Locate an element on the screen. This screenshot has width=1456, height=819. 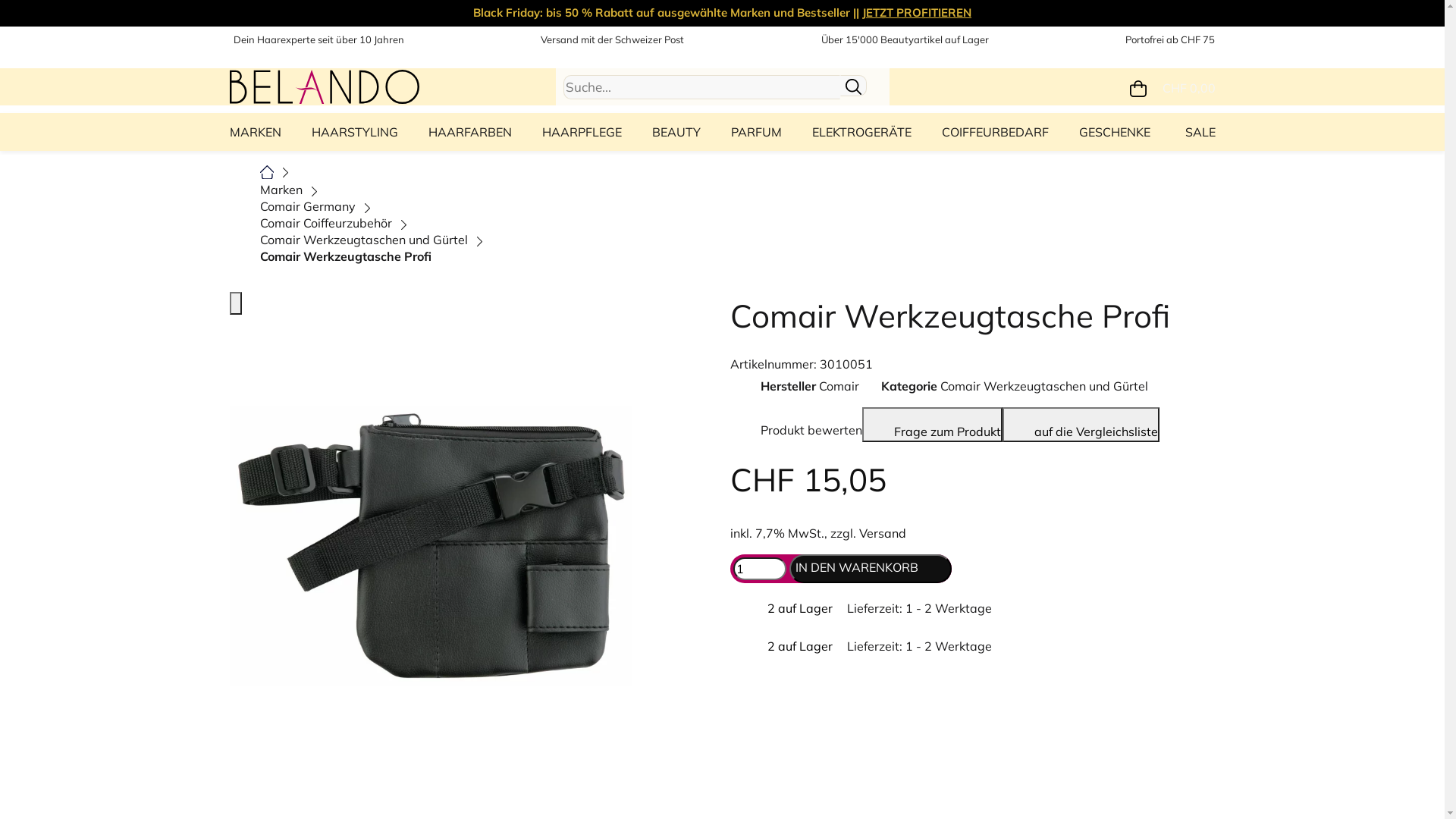
'auf die Vergleichsliste' is located at coordinates (1080, 424).